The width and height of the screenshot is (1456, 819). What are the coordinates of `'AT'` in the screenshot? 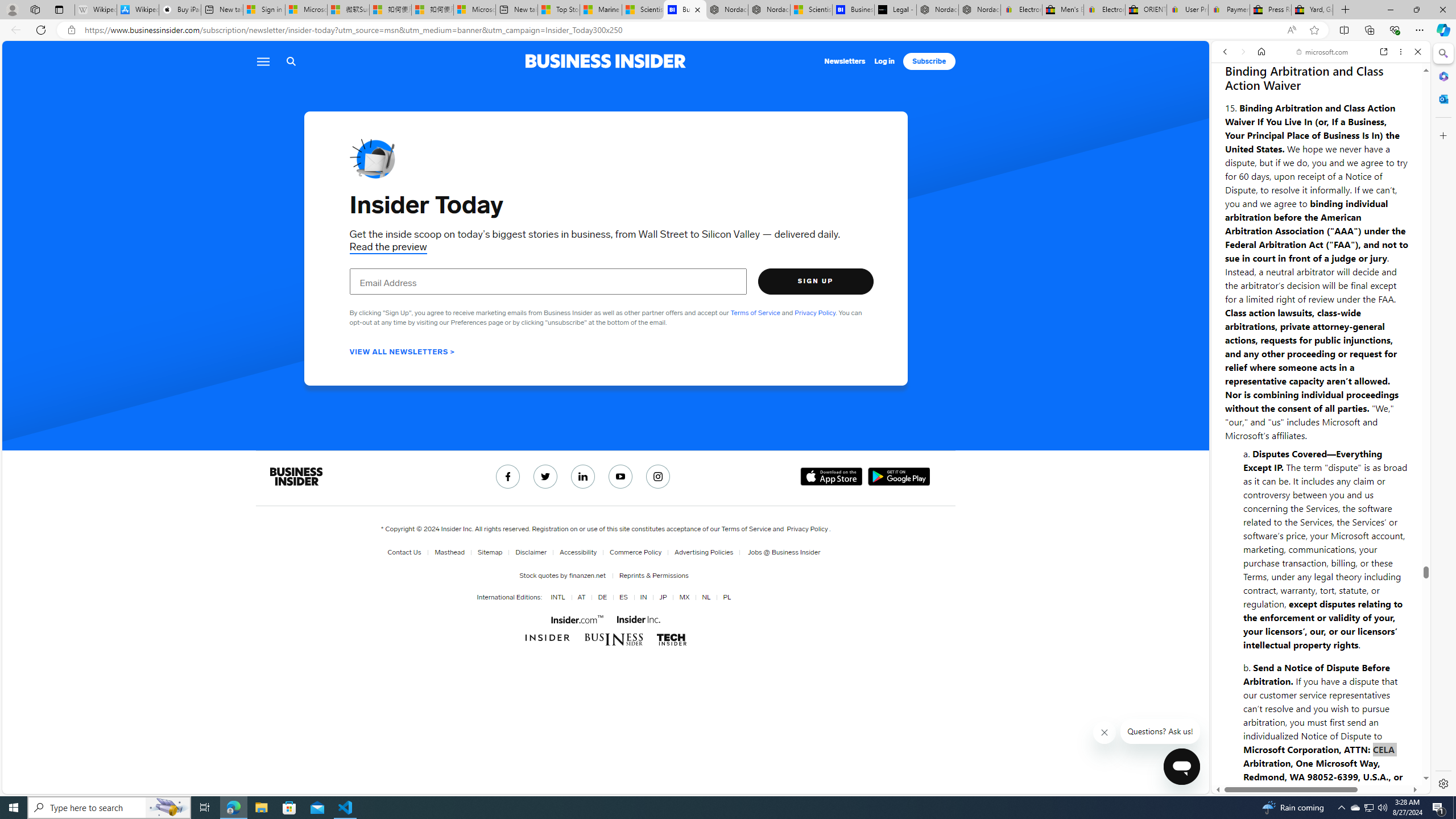 It's located at (579, 597).